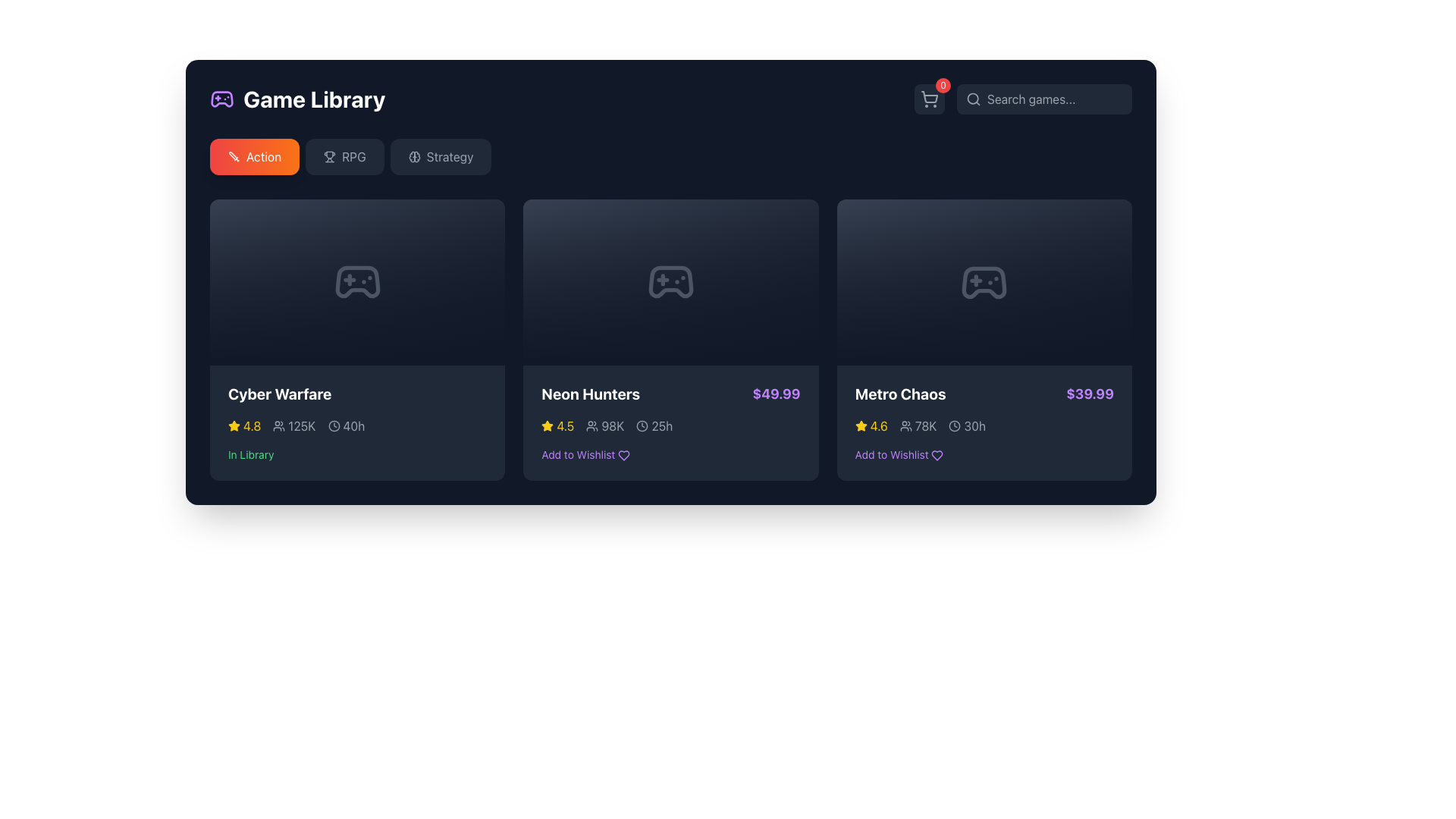 Image resolution: width=1456 pixels, height=819 pixels. Describe the element at coordinates (440, 157) in the screenshot. I see `the rectangular button with rounded edges labeled 'Strategy'` at that location.